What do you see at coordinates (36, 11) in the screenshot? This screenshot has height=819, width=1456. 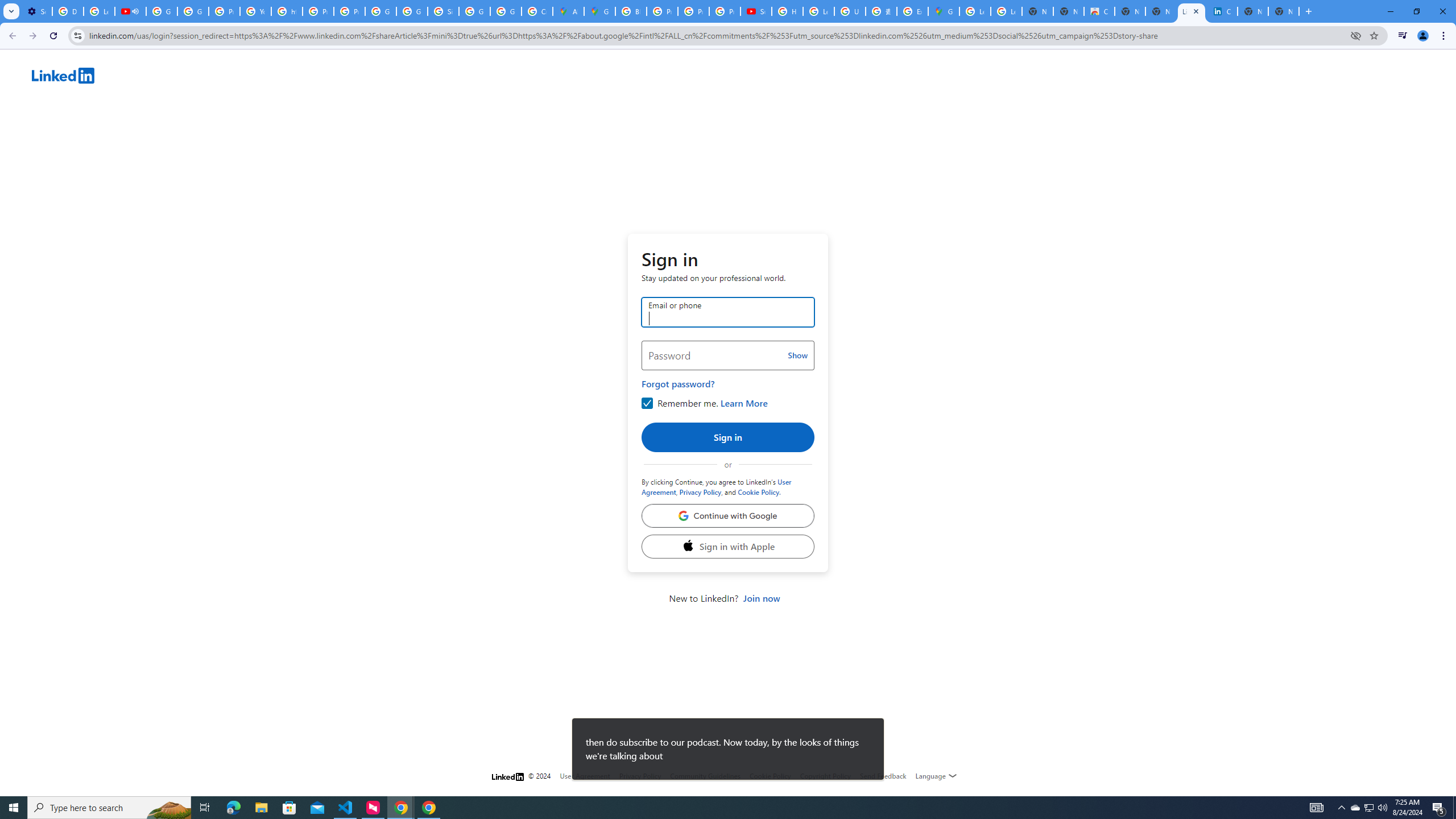 I see `'Settings - Customize profile'` at bounding box center [36, 11].